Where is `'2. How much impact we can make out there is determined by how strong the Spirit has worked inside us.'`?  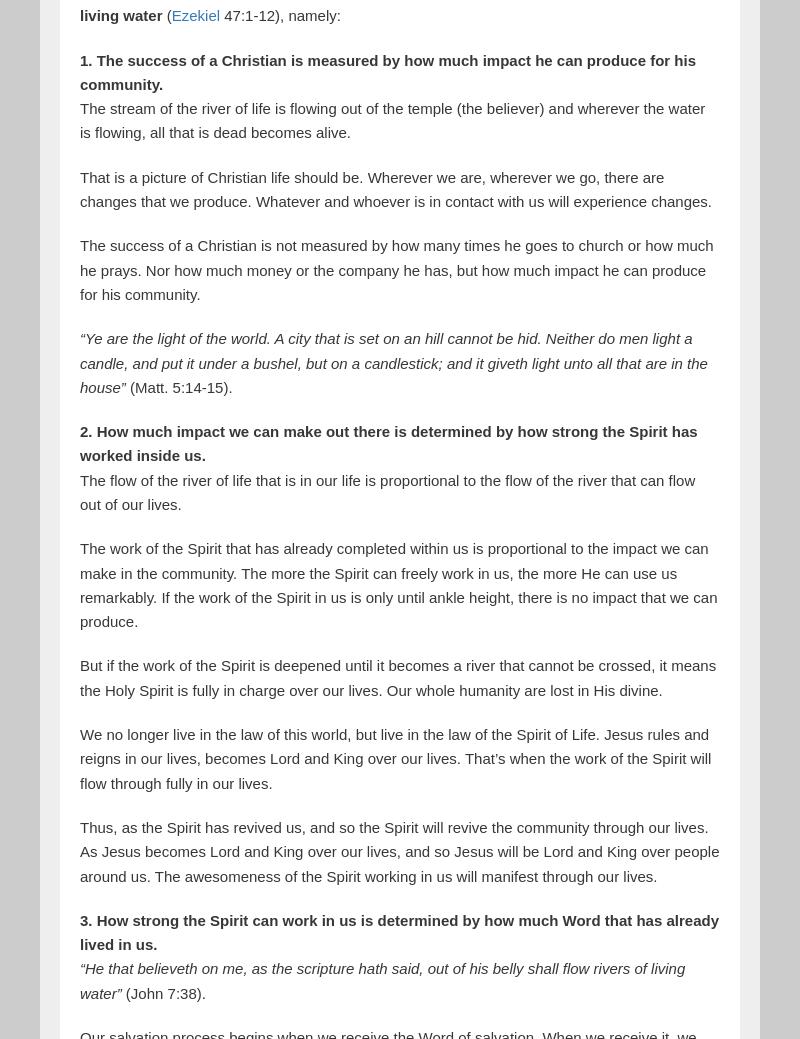
'2. How much impact we can make out there is determined by how strong the Spirit has worked inside us.' is located at coordinates (80, 442).